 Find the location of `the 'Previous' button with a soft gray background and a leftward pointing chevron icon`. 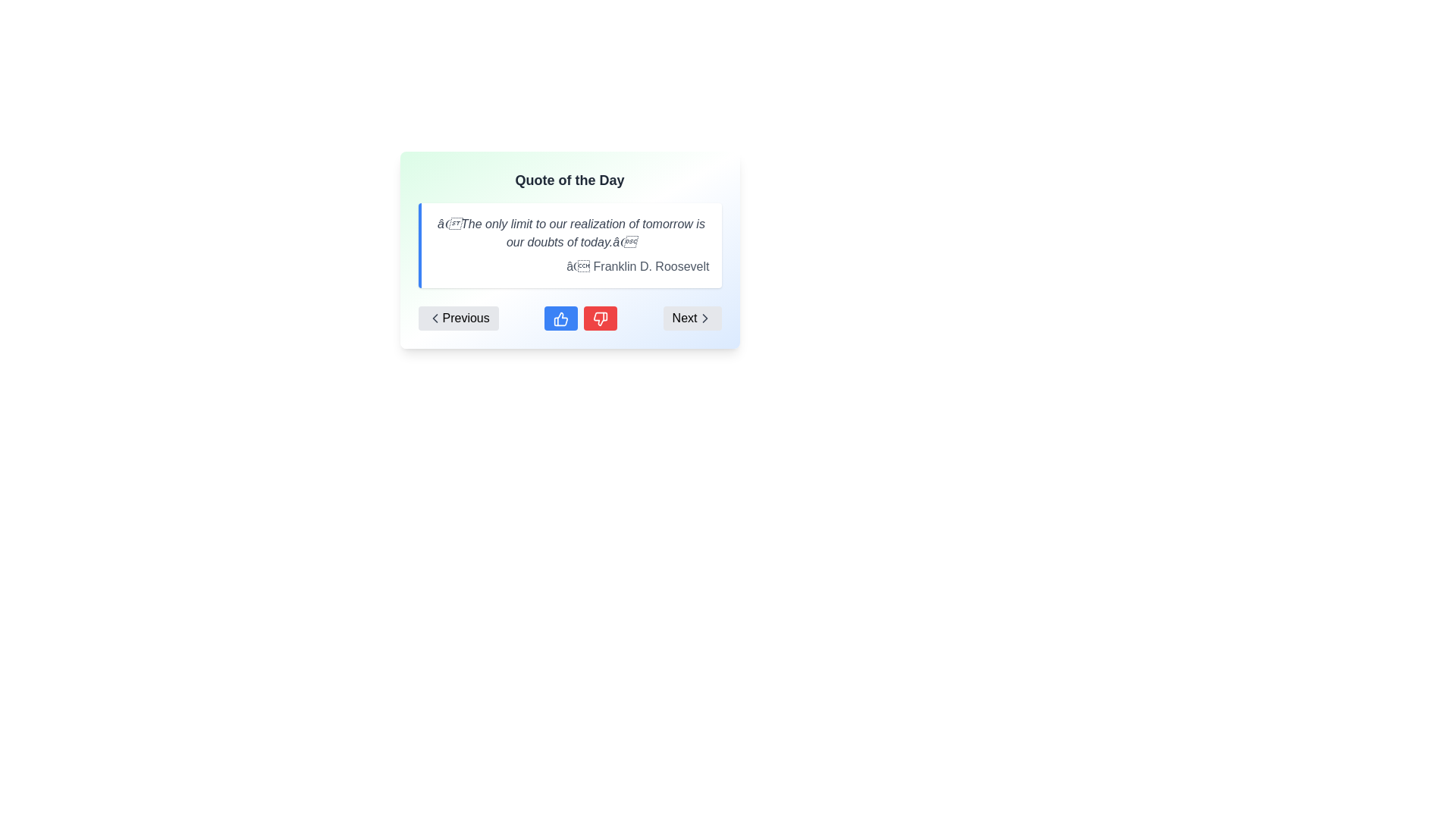

the 'Previous' button with a soft gray background and a leftward pointing chevron icon is located at coordinates (457, 318).